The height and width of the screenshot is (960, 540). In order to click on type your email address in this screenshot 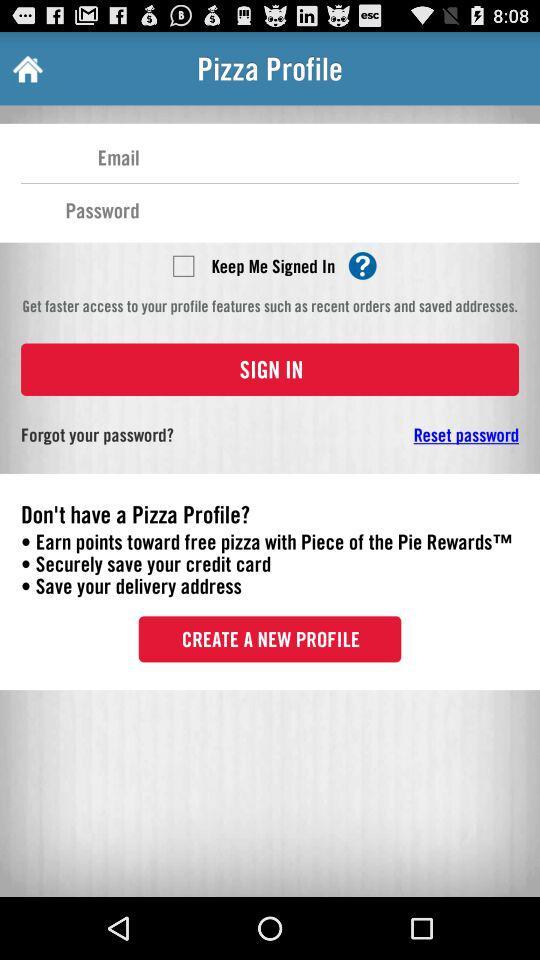, I will do `click(329, 155)`.